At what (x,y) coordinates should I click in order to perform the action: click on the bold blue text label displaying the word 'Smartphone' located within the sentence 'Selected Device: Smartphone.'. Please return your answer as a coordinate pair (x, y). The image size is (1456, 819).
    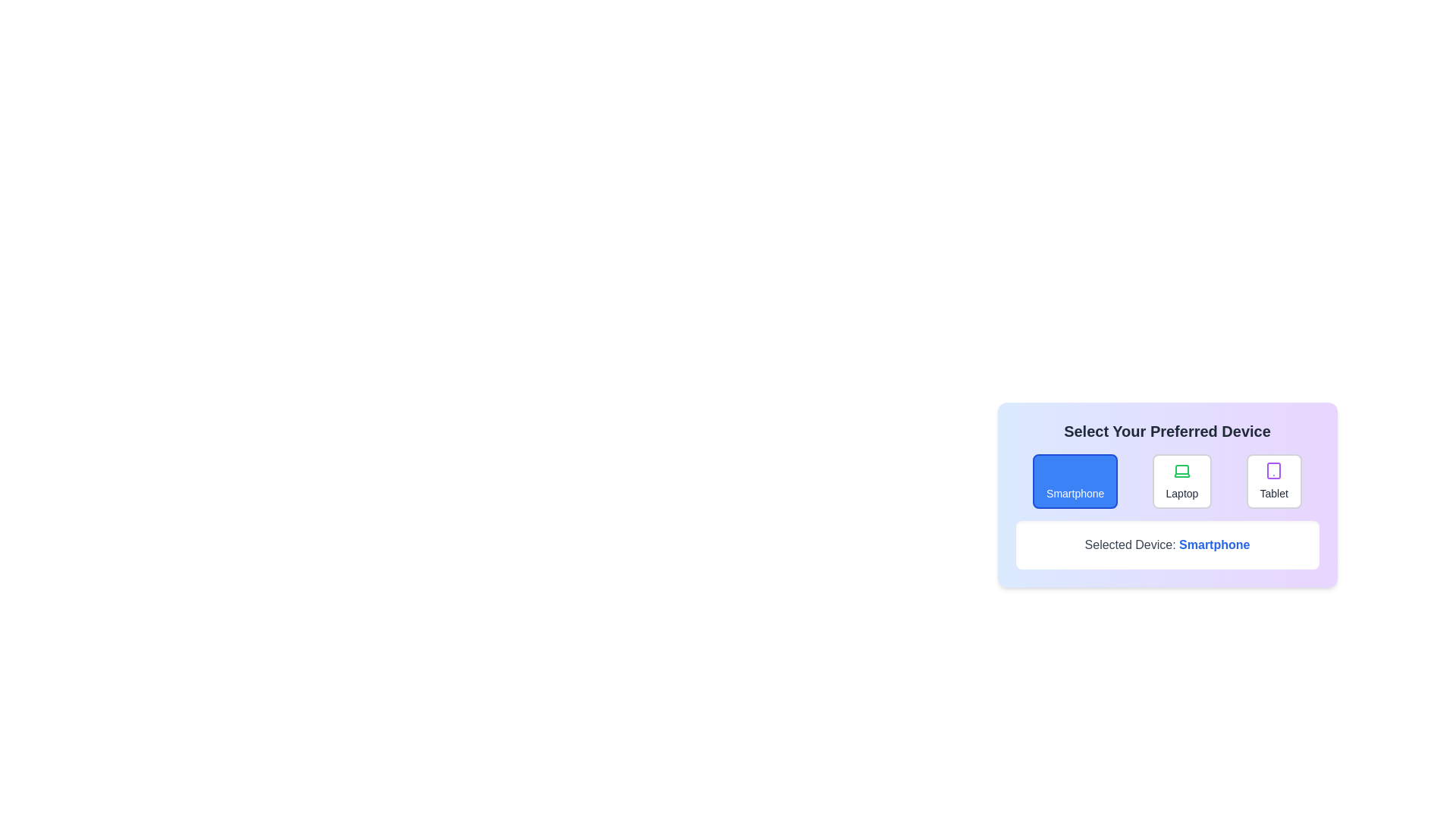
    Looking at the image, I should click on (1214, 544).